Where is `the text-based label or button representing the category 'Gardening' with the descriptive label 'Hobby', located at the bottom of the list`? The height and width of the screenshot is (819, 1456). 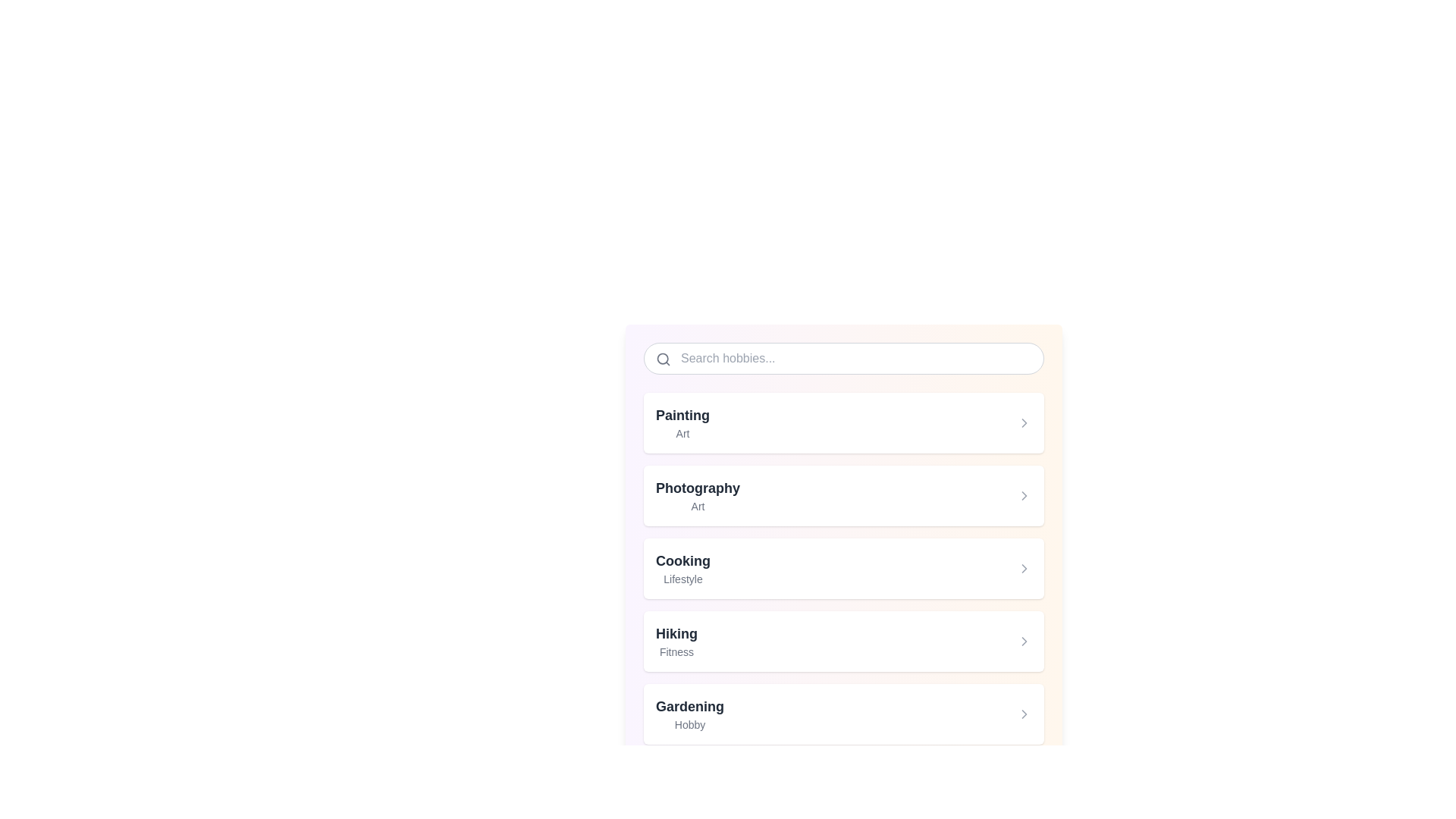
the text-based label or button representing the category 'Gardening' with the descriptive label 'Hobby', located at the bottom of the list is located at coordinates (689, 714).